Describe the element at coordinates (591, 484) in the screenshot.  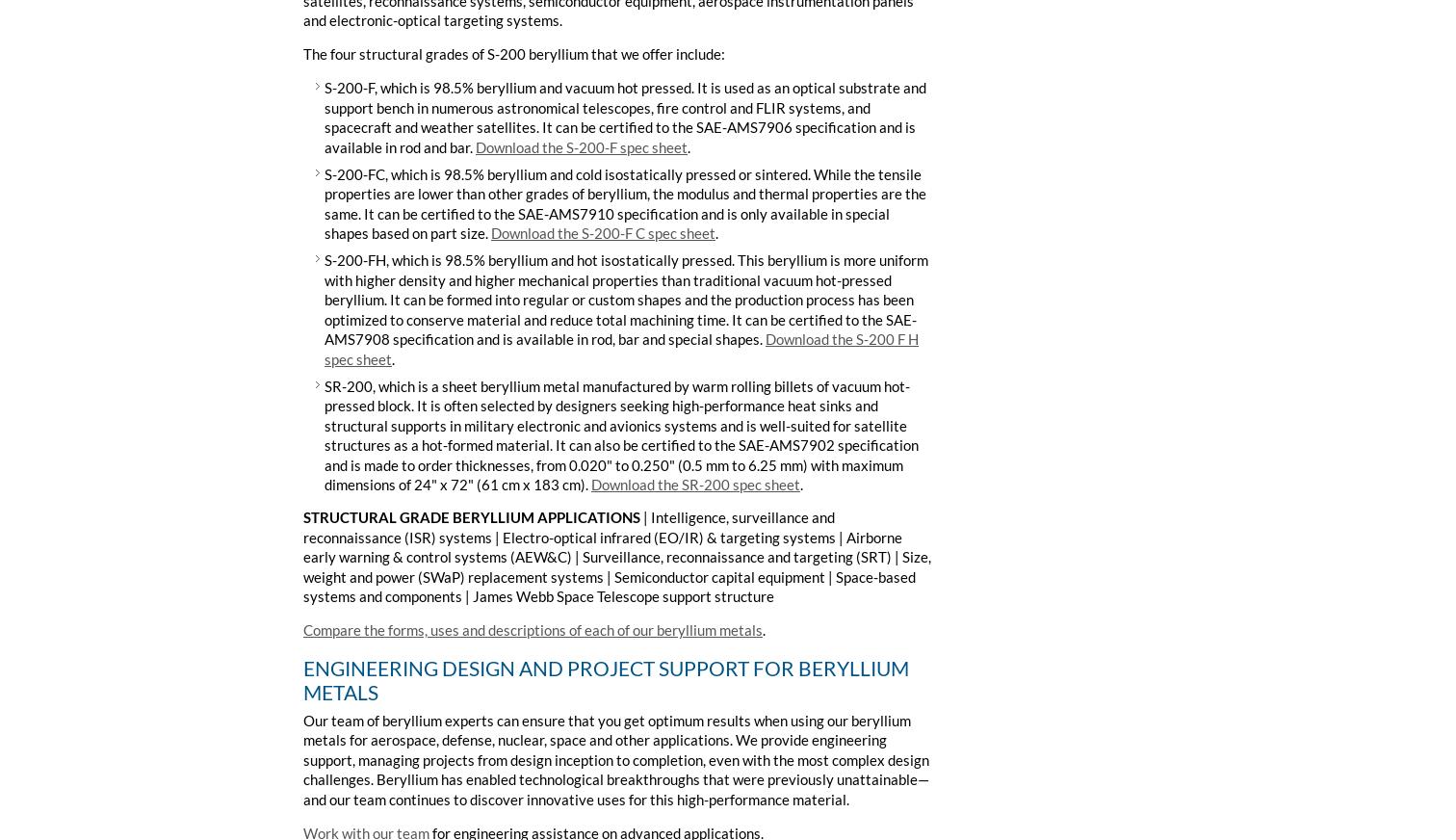
I see `'Download the SR-200 spec sheet'` at that location.